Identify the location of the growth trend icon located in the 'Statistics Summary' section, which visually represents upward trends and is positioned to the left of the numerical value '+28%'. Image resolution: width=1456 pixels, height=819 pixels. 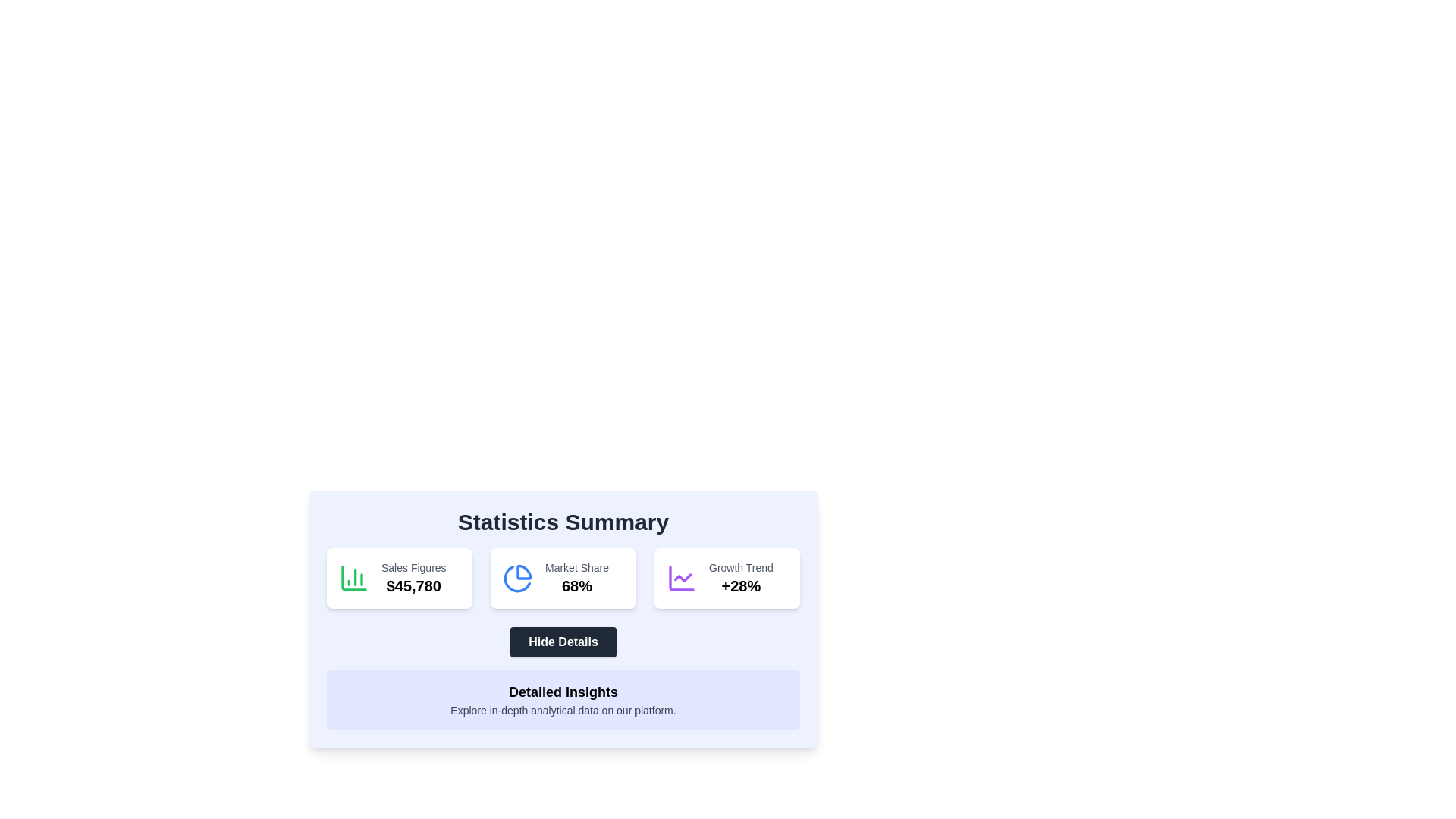
(680, 579).